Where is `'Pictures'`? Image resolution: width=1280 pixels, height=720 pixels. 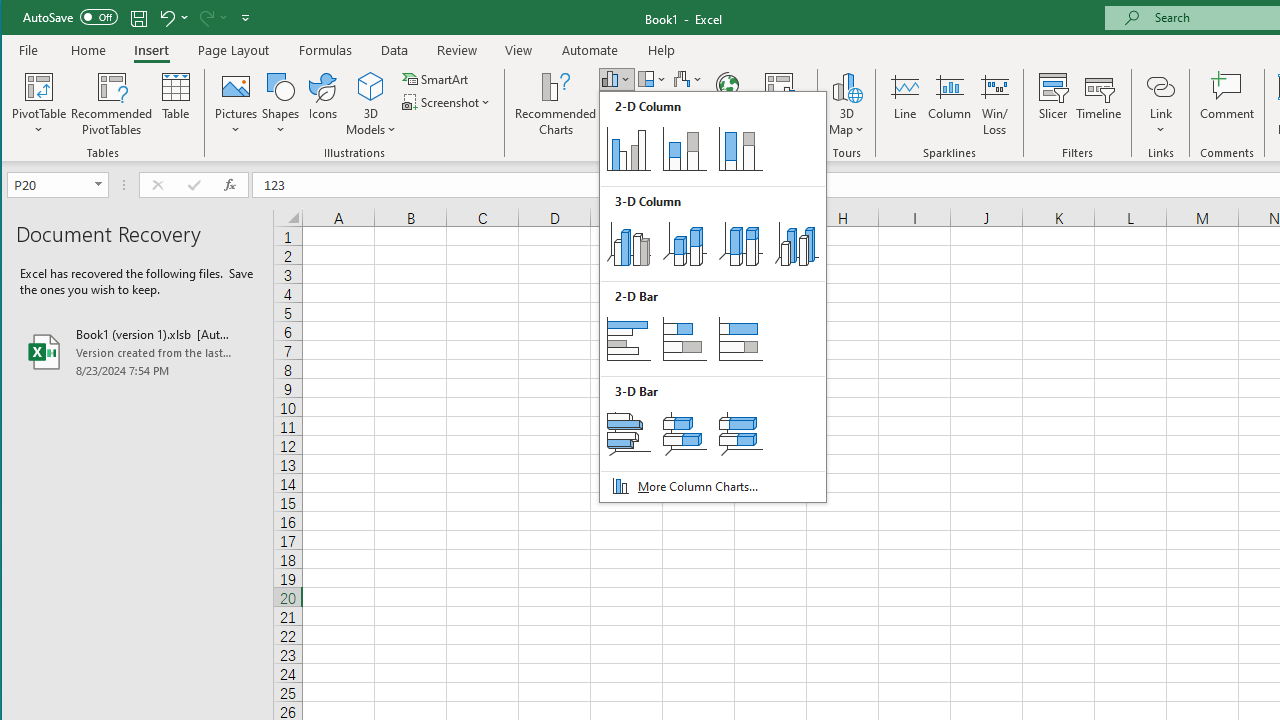 'Pictures' is located at coordinates (236, 104).